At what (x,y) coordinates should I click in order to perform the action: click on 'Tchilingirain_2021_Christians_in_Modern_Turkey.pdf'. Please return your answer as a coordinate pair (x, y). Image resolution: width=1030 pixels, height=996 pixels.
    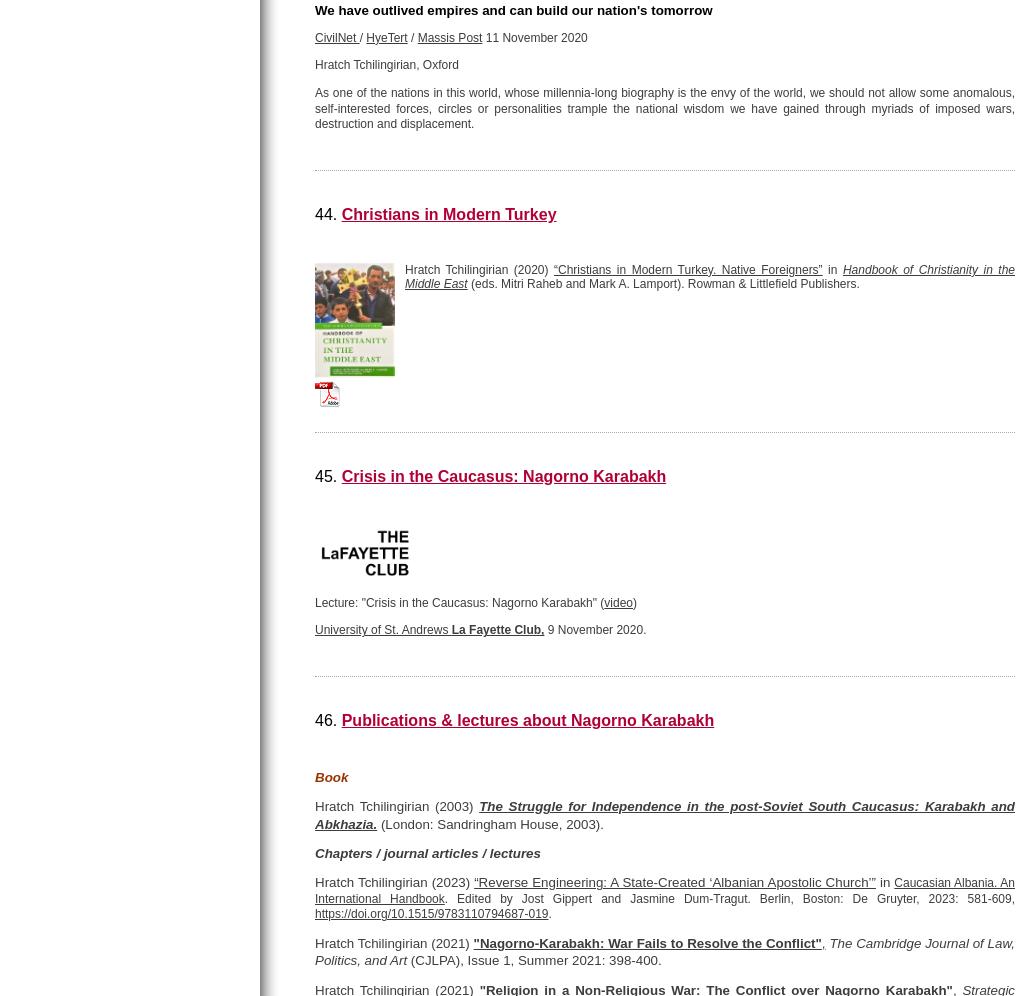
    Looking at the image, I should click on (479, 386).